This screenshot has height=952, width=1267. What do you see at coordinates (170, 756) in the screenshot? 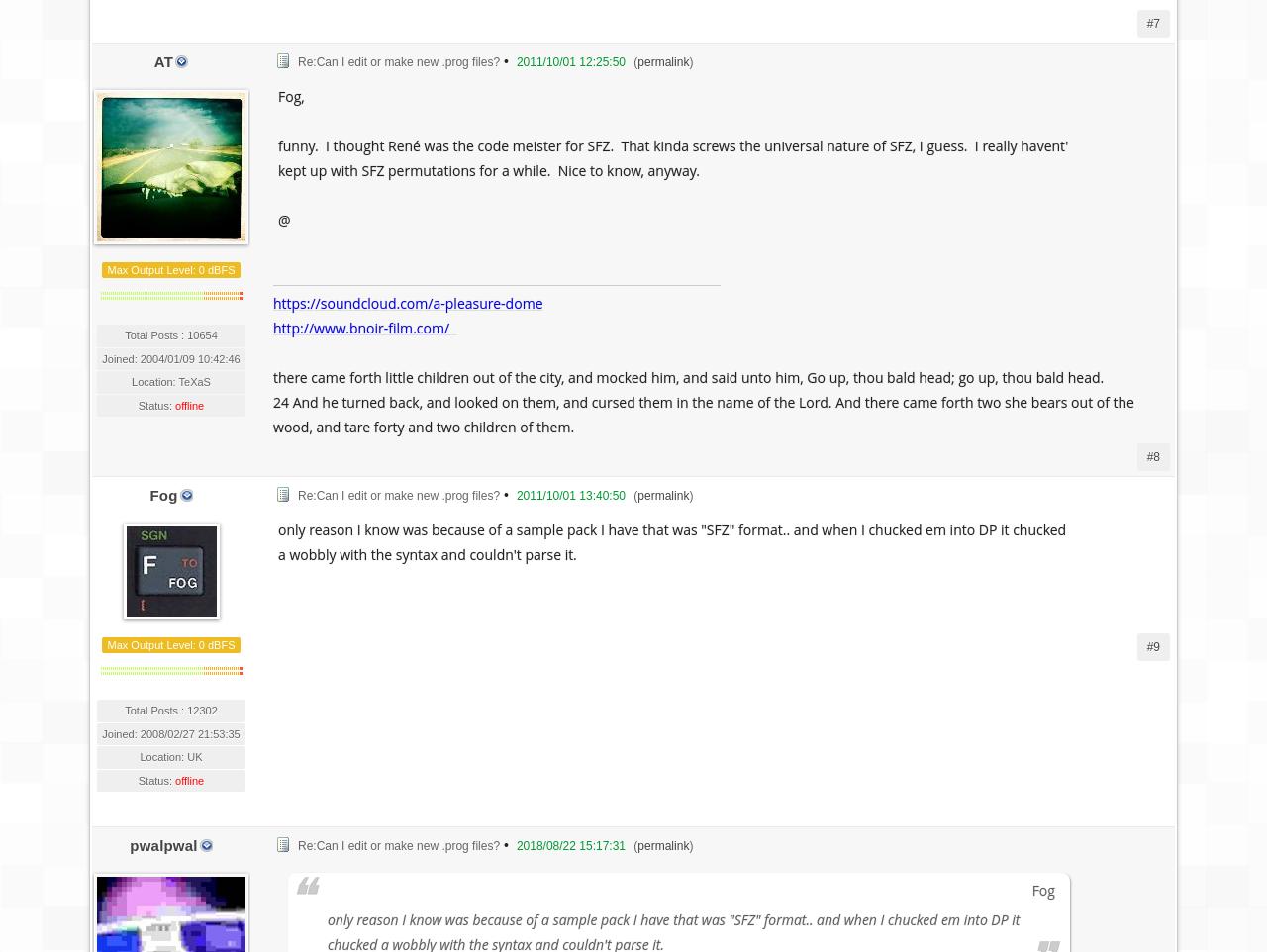
I see `'Location: UK'` at bounding box center [170, 756].